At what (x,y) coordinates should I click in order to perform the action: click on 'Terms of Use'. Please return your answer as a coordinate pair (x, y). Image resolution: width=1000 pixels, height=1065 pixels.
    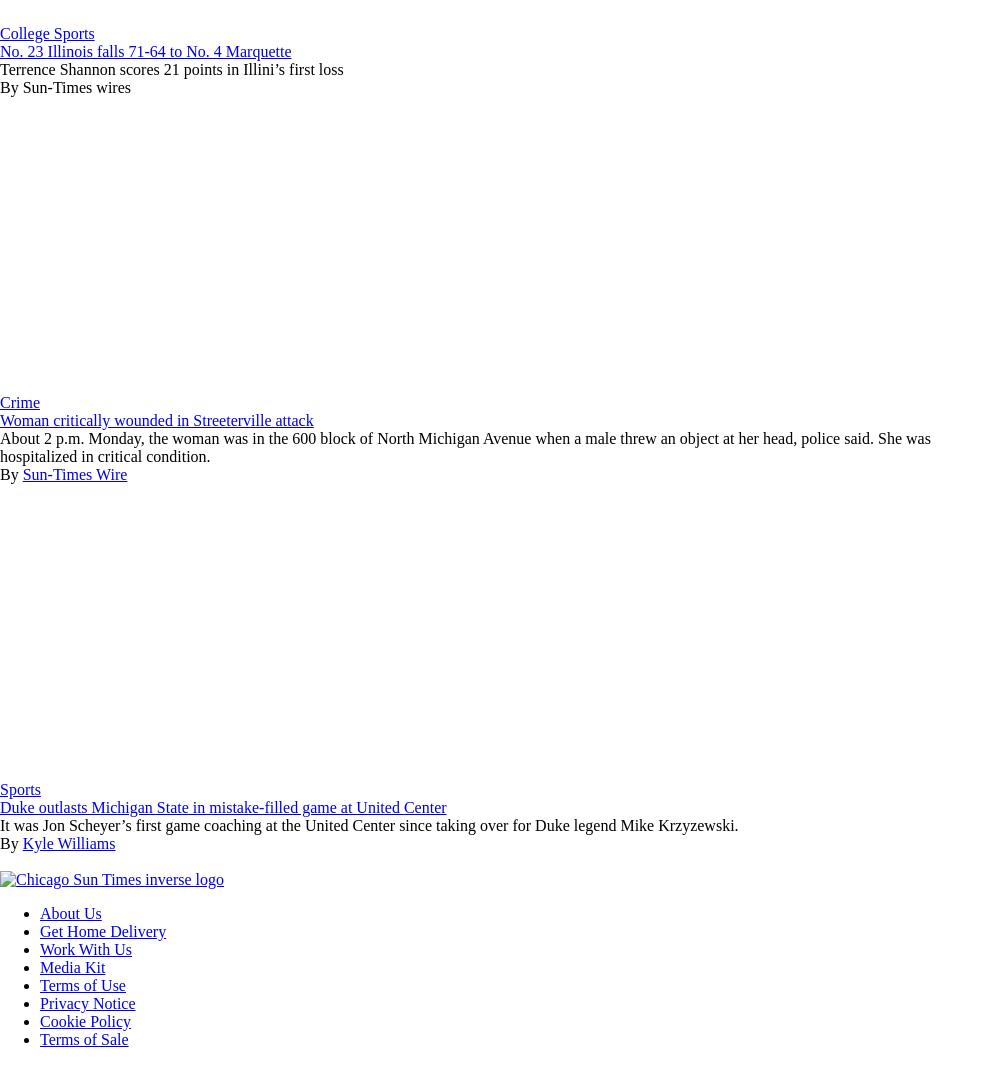
    Looking at the image, I should click on (81, 985).